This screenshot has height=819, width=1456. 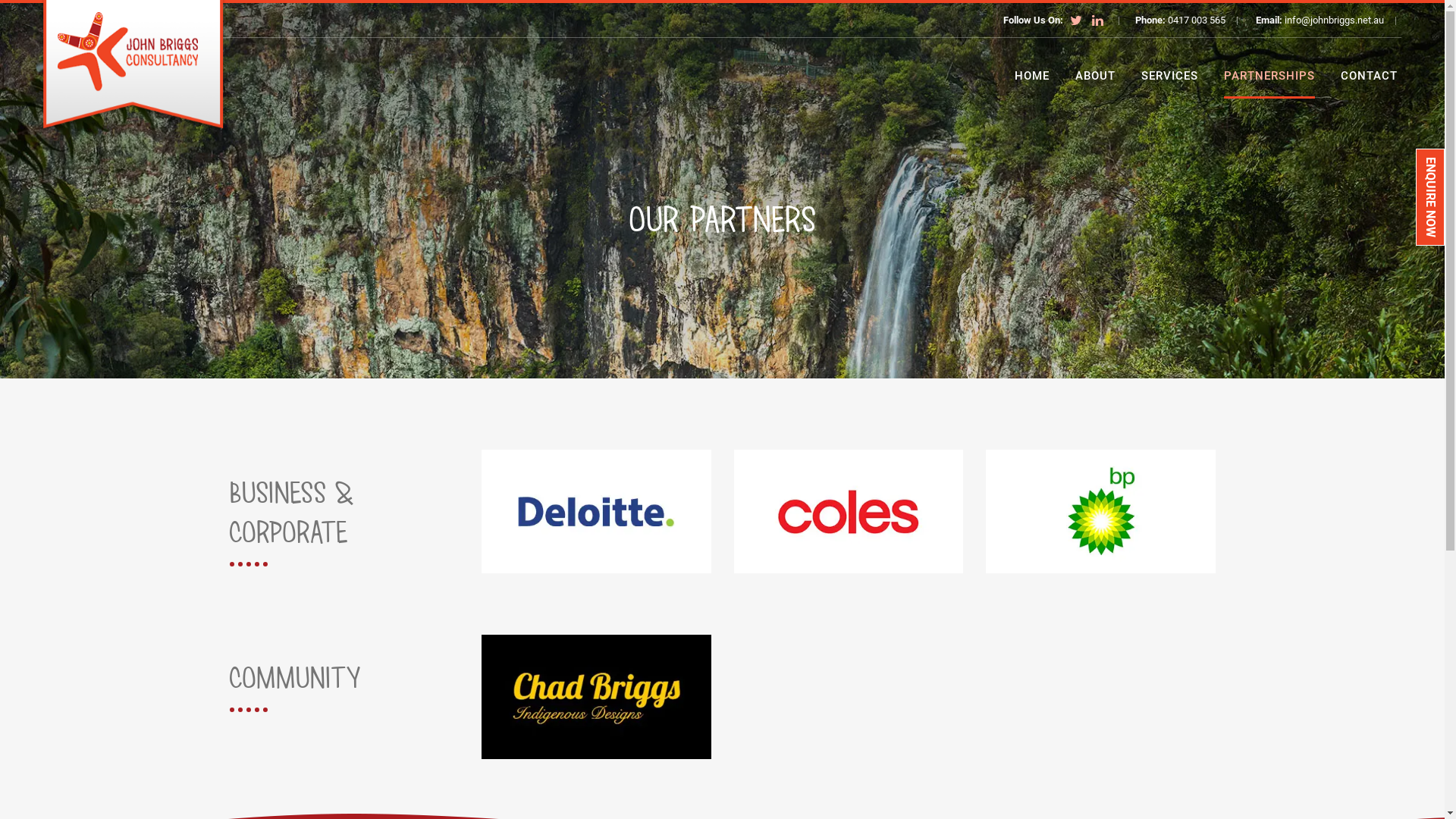 What do you see at coordinates (1095, 76) in the screenshot?
I see `'ABOUT'` at bounding box center [1095, 76].